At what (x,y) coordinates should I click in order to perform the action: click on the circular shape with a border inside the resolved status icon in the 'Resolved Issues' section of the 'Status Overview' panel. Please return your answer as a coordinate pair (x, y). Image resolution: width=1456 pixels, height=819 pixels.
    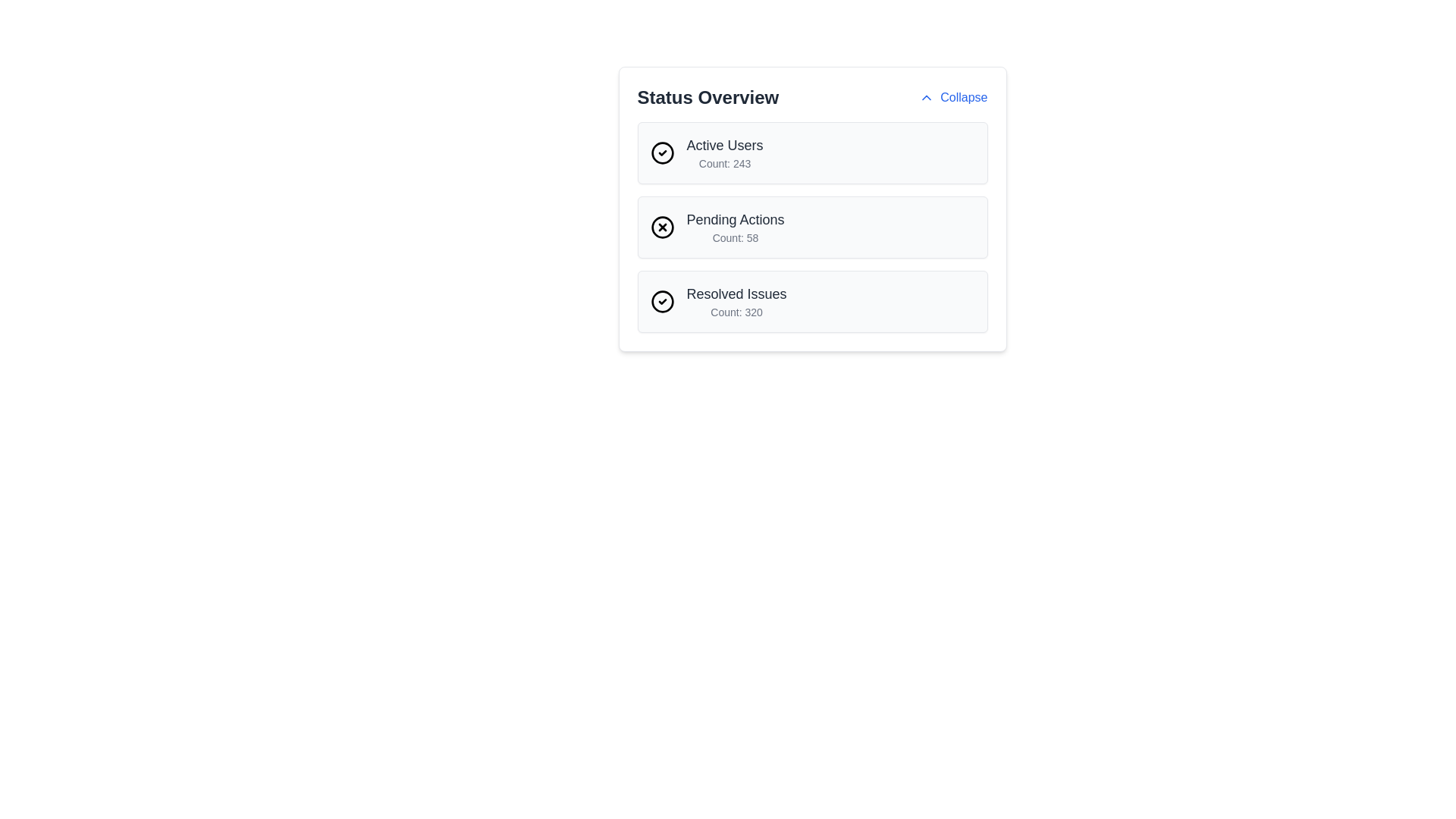
    Looking at the image, I should click on (662, 301).